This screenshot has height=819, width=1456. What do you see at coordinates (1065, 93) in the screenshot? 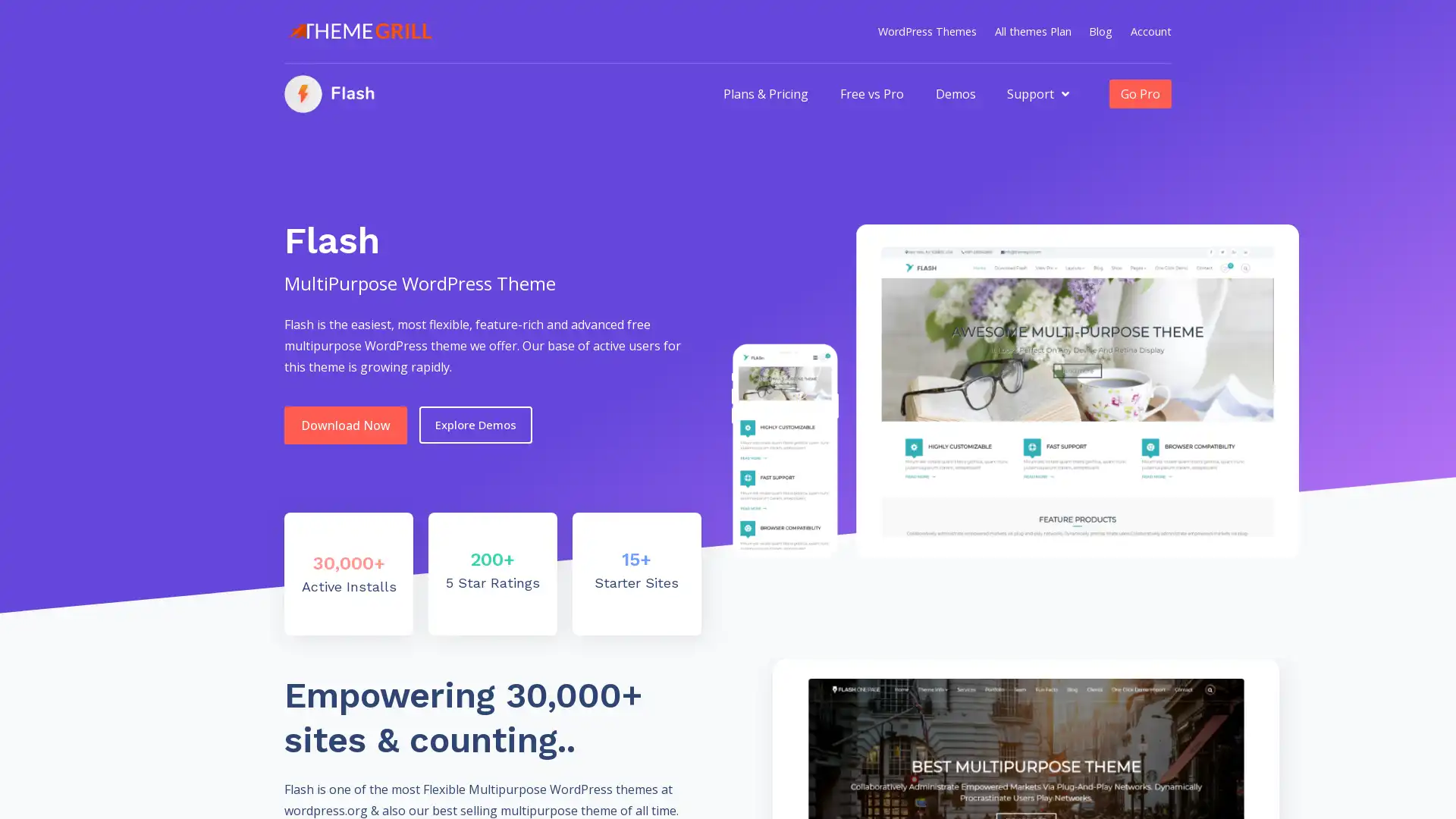
I see `Show submenu of Support` at bounding box center [1065, 93].